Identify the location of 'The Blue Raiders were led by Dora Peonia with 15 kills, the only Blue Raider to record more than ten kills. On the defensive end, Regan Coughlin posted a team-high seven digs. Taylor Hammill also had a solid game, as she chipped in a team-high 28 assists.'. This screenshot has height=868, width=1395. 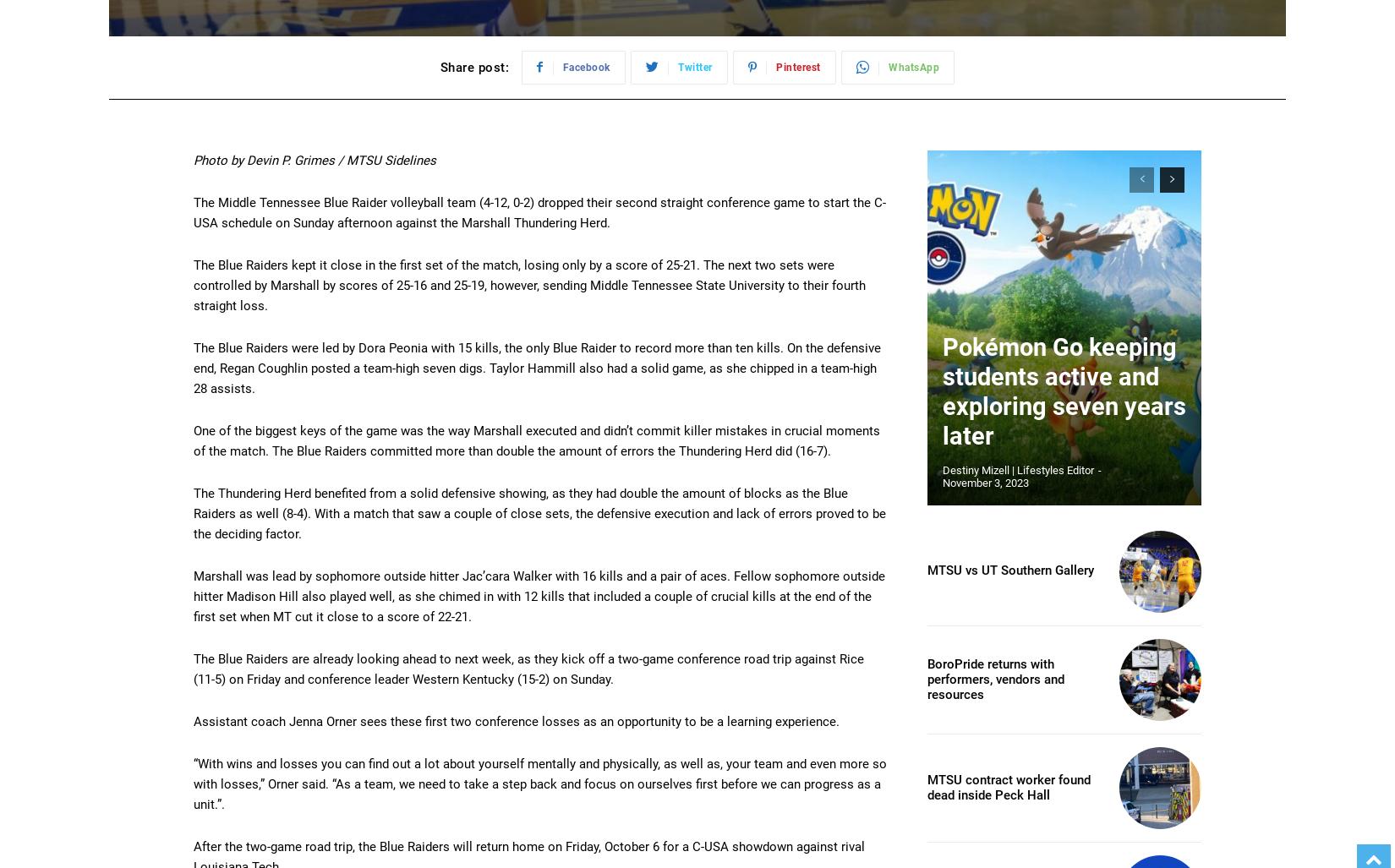
(536, 367).